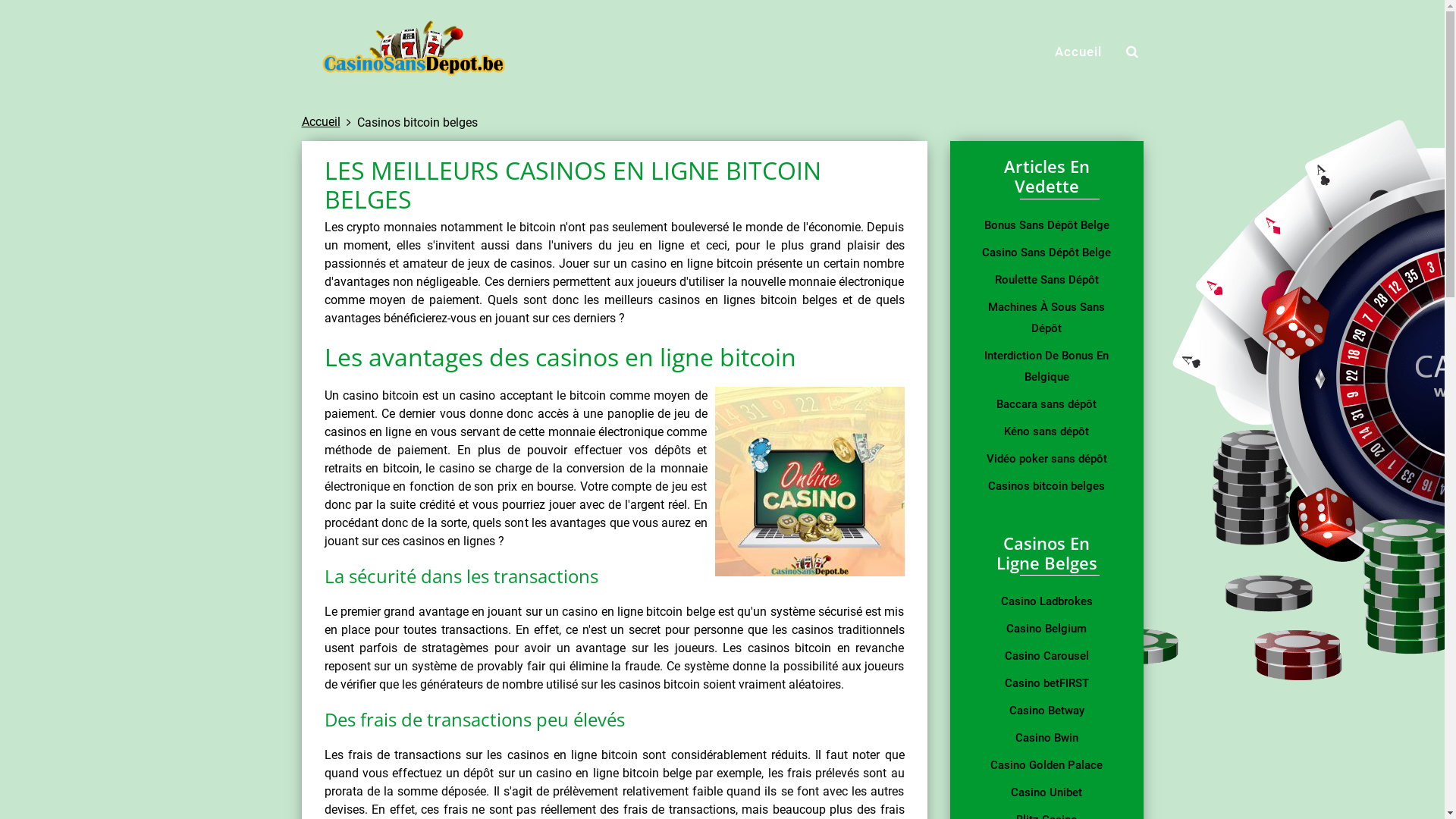  What do you see at coordinates (1045, 765) in the screenshot?
I see `'Casino Golden Palace'` at bounding box center [1045, 765].